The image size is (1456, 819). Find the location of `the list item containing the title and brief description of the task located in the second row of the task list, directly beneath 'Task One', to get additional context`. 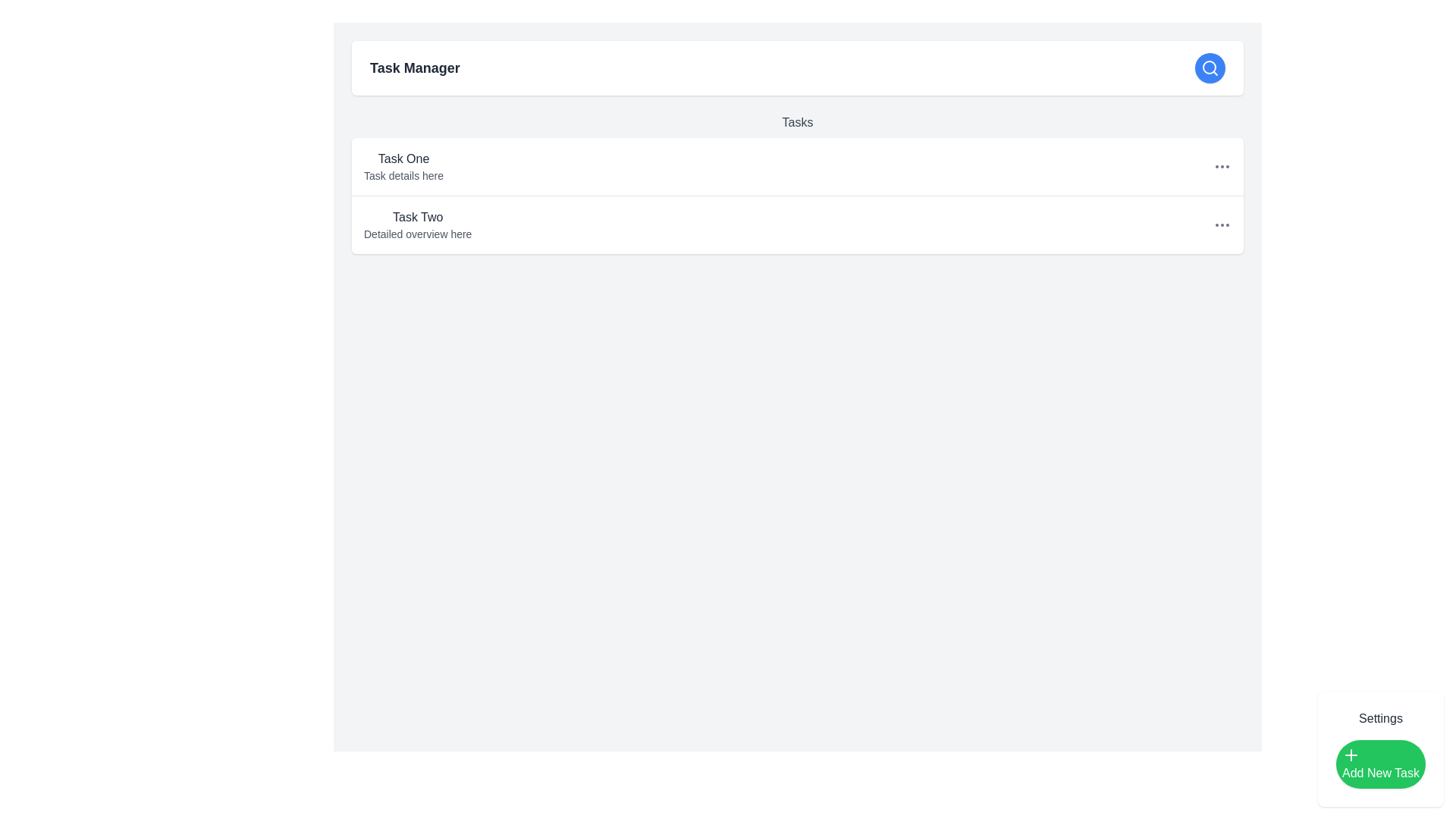

the list item containing the title and brief description of the task located in the second row of the task list, directly beneath 'Task One', to get additional context is located at coordinates (418, 225).